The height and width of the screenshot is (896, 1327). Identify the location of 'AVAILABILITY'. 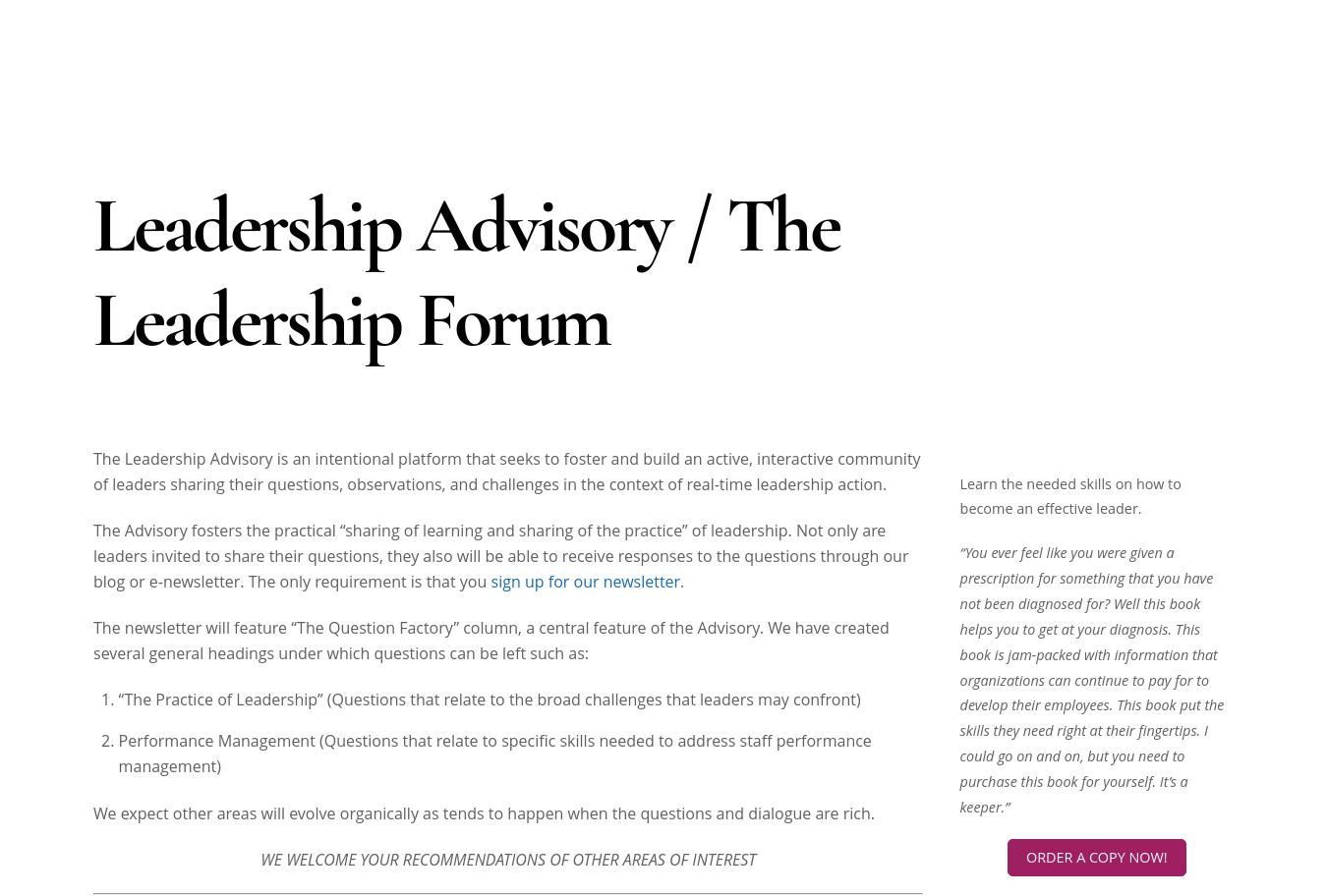
(958, 451).